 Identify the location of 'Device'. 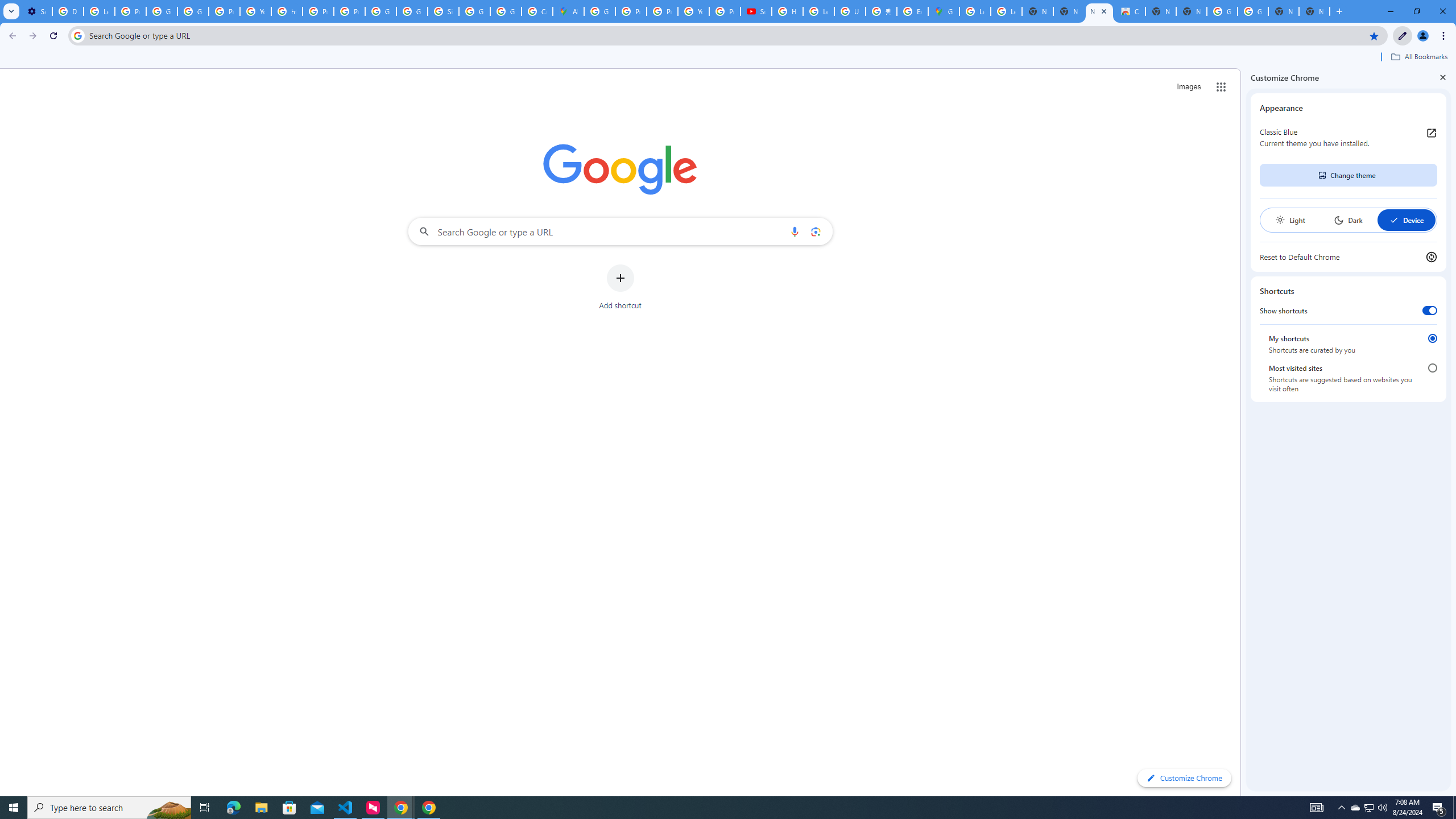
(1405, 220).